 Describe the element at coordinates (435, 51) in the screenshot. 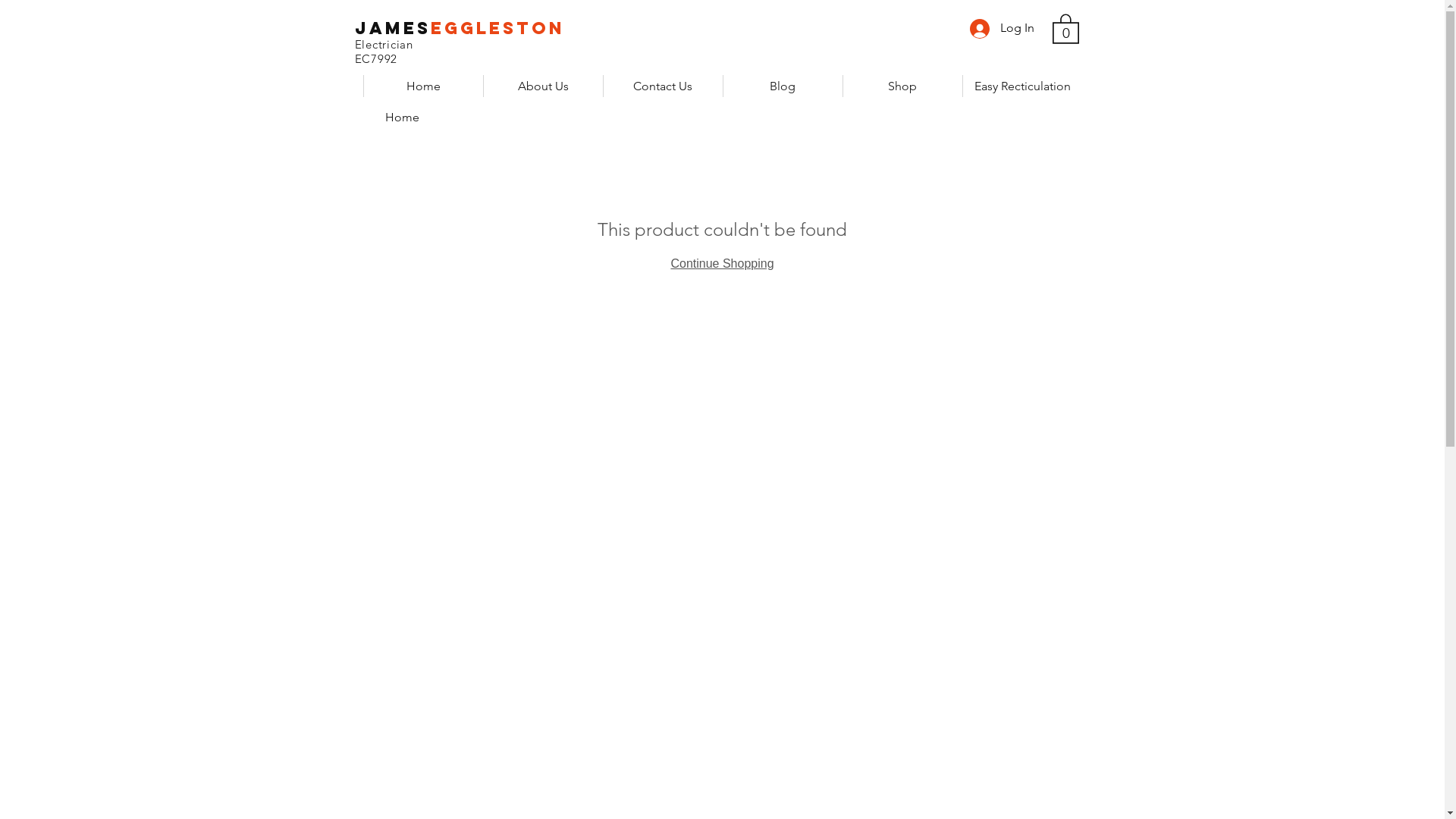

I see `'Electrician                              EC7992'` at that location.